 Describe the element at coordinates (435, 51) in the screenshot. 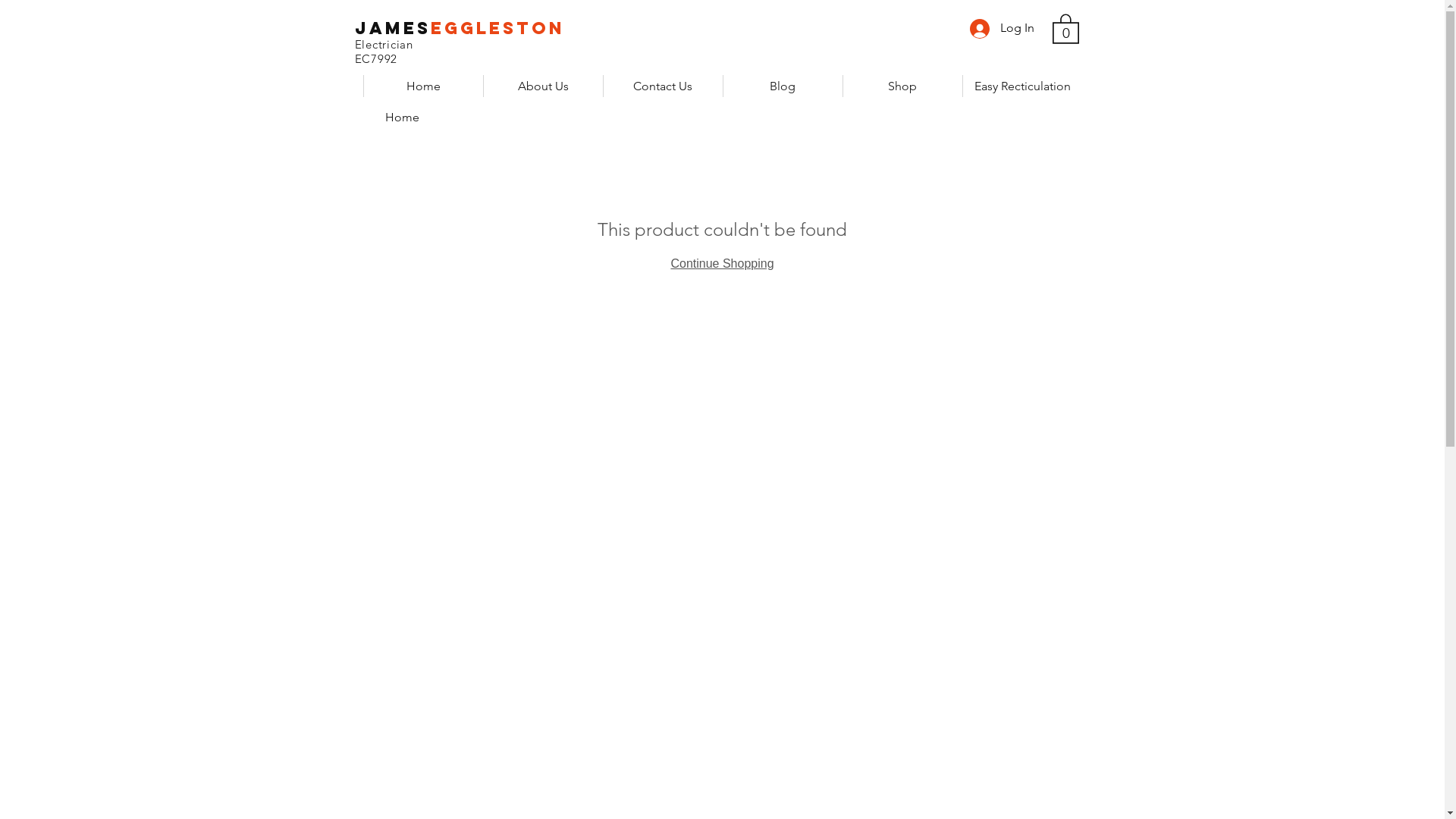

I see `'Electrician                              EC7992'` at that location.